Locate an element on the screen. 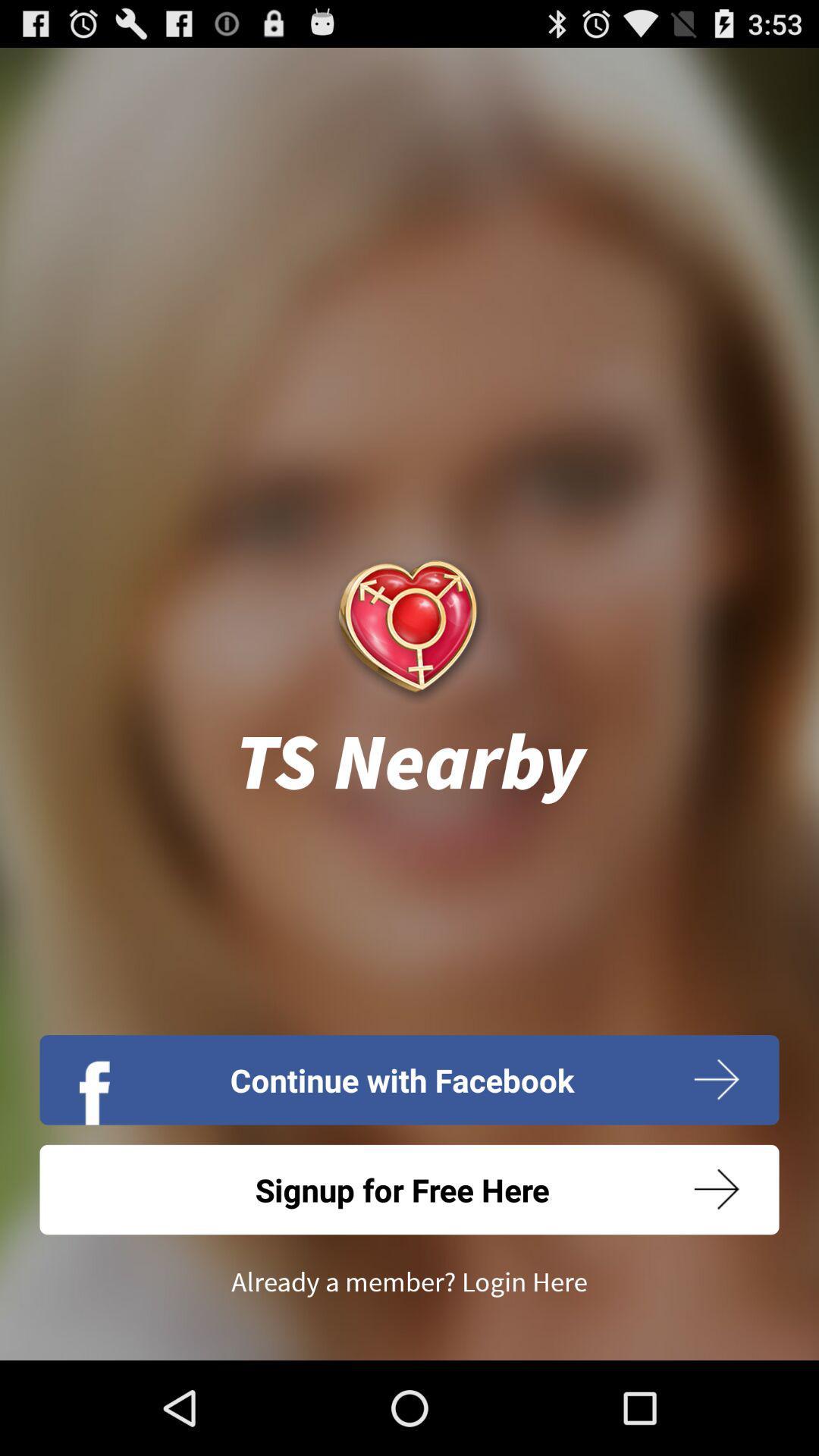  continue with facebook button is located at coordinates (409, 1079).